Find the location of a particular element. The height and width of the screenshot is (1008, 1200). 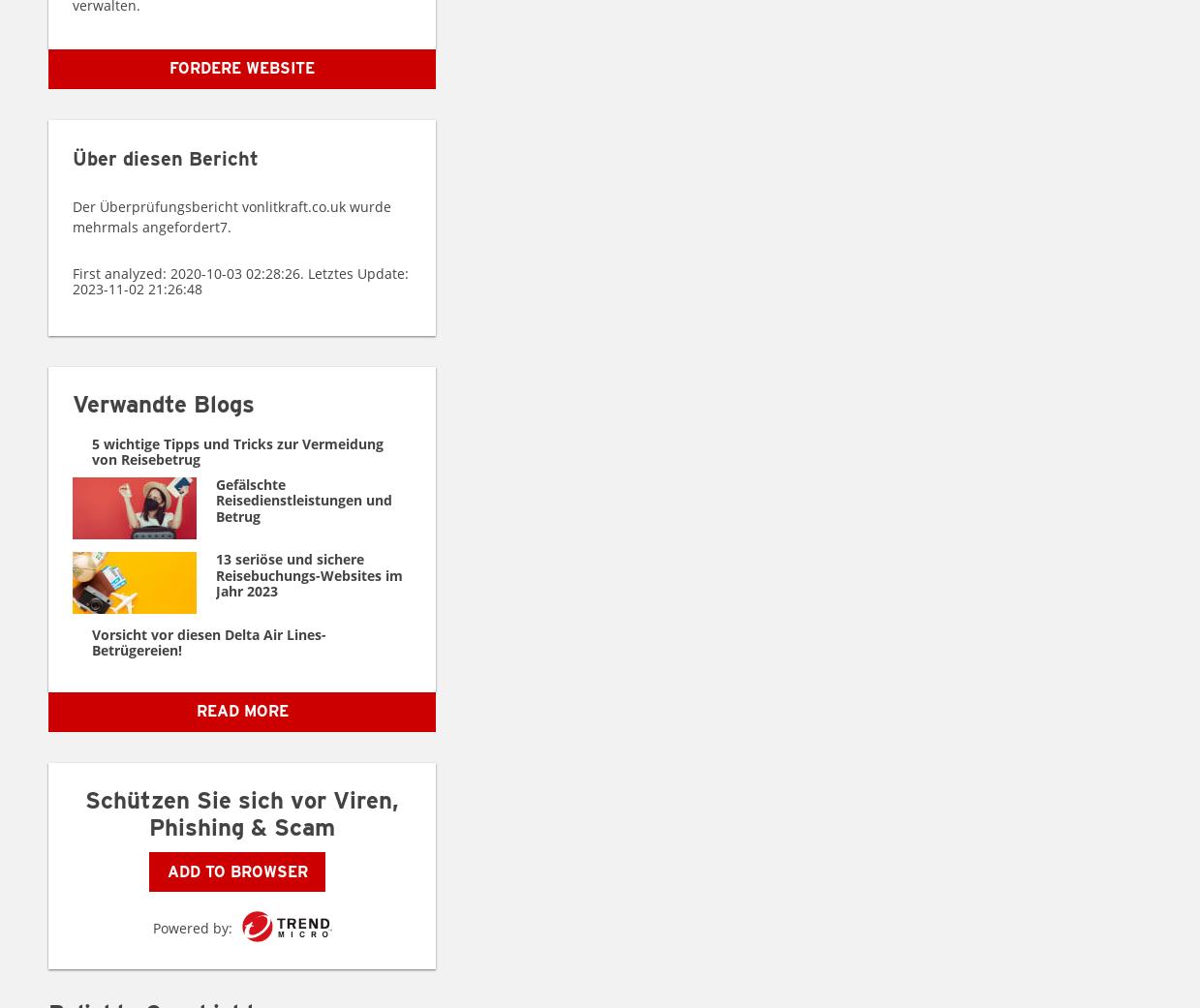

'Der Überprüfungsbericht von' is located at coordinates (169, 205).